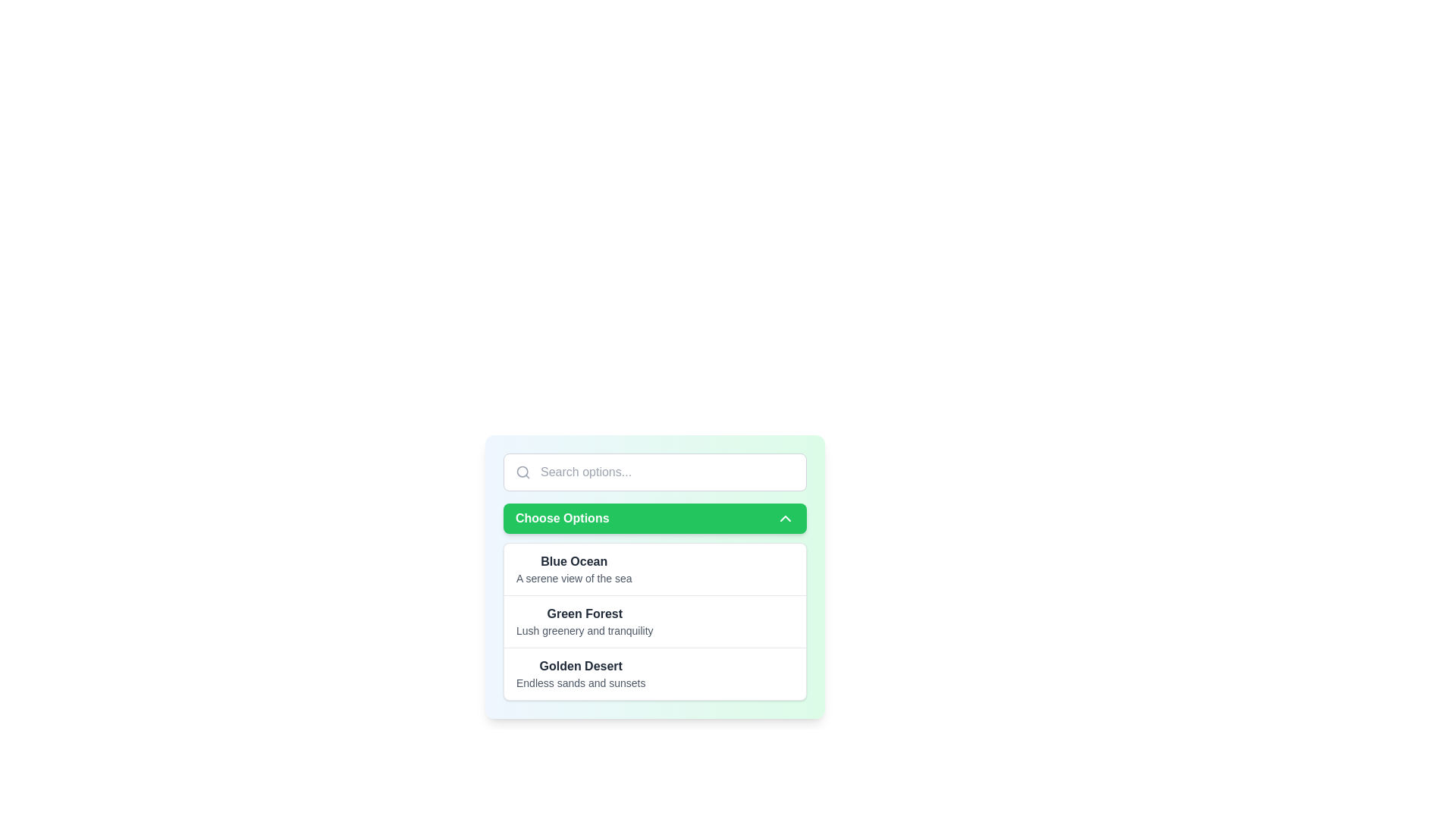 This screenshot has height=819, width=1456. Describe the element at coordinates (655, 622) in the screenshot. I see `the dropdown menu item that is the second in the list, labeled 'Green Forest', which features a white rectangular design with bold black titles and lighter descriptions` at that location.